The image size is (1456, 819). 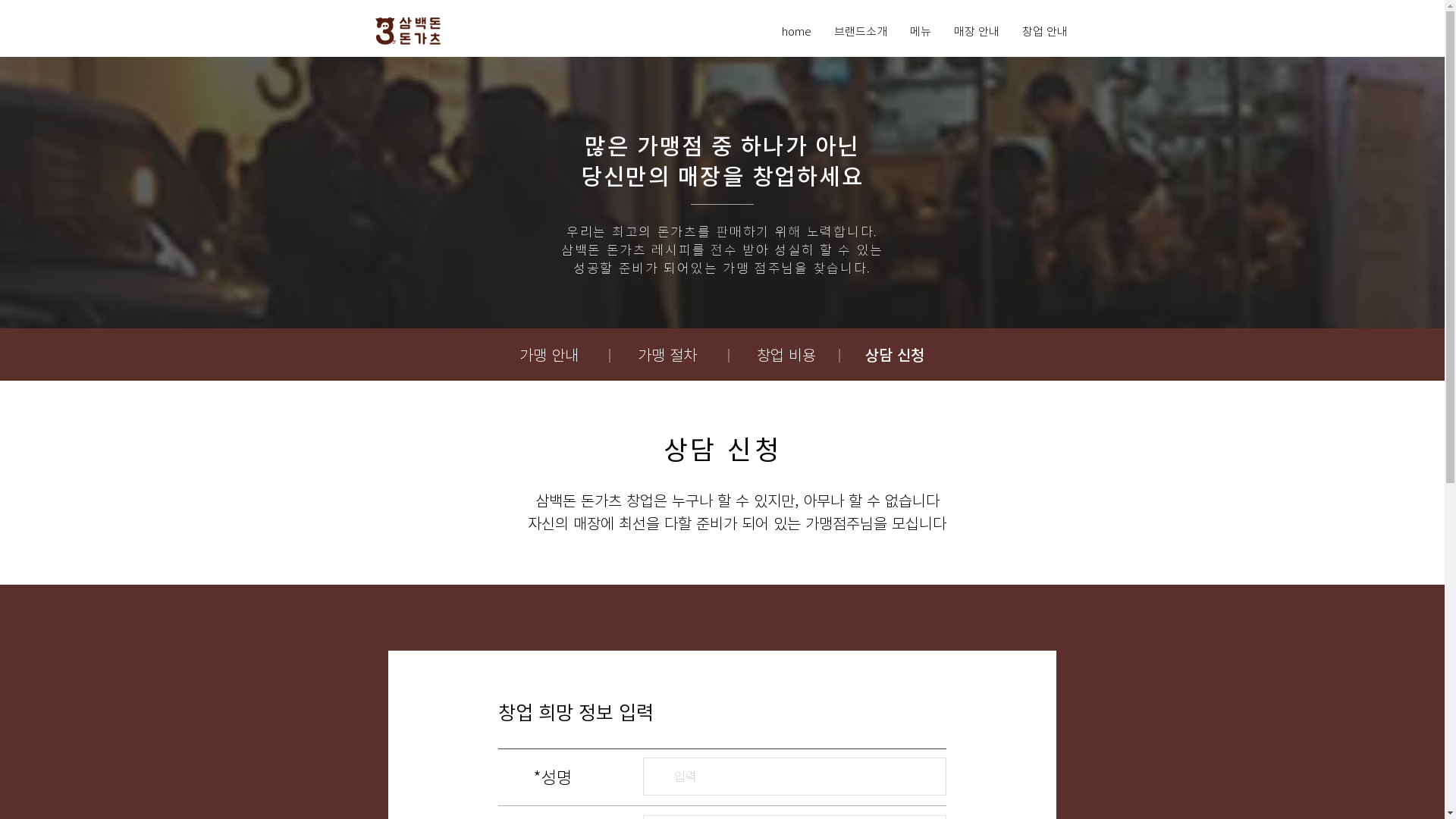 What do you see at coordinates (795, 32) in the screenshot?
I see `'home'` at bounding box center [795, 32].